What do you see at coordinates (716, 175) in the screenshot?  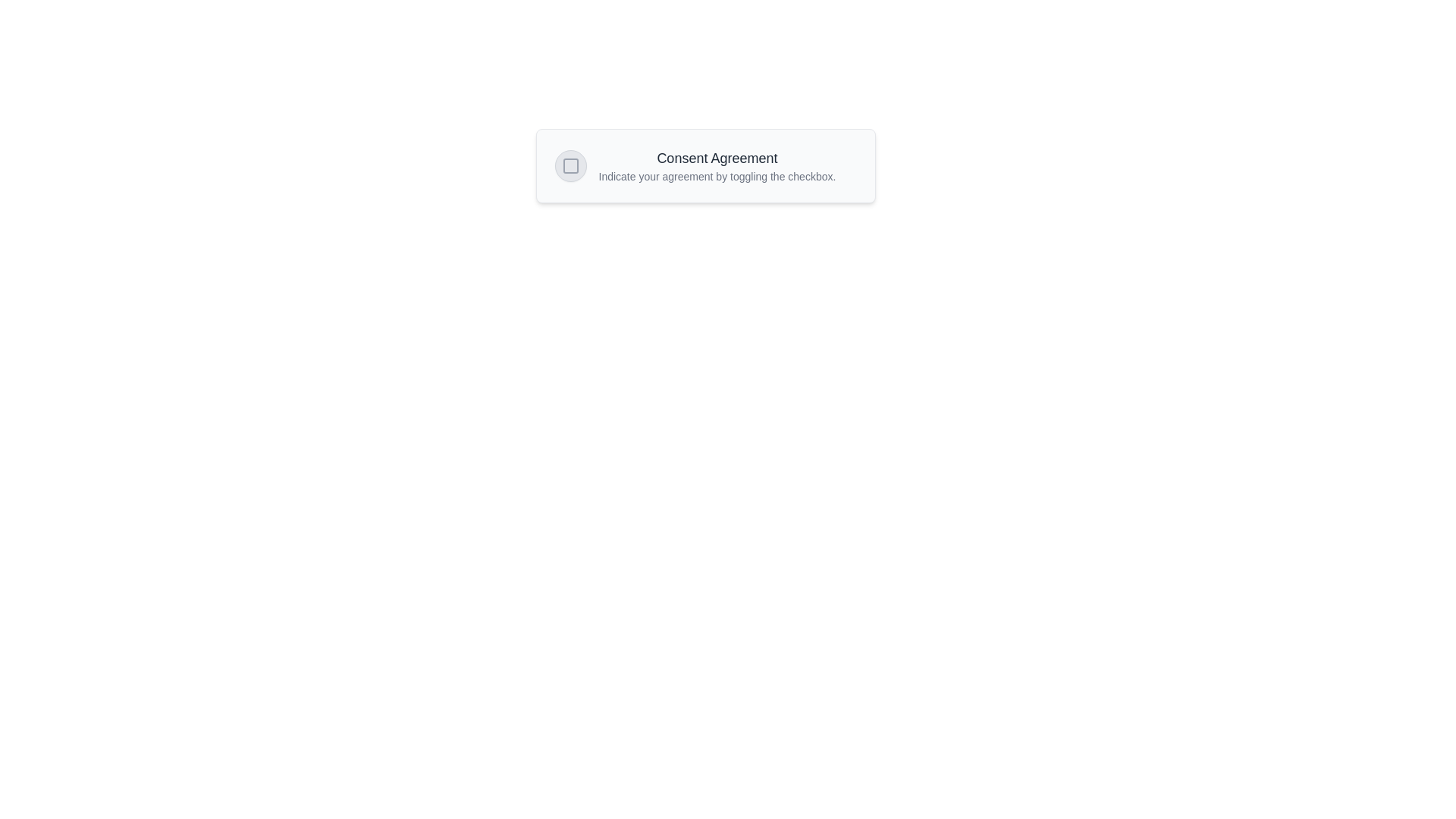 I see `the instructional text located beneath the 'Consent Agreement' text, which provides details on how to interact with the checkbox` at bounding box center [716, 175].